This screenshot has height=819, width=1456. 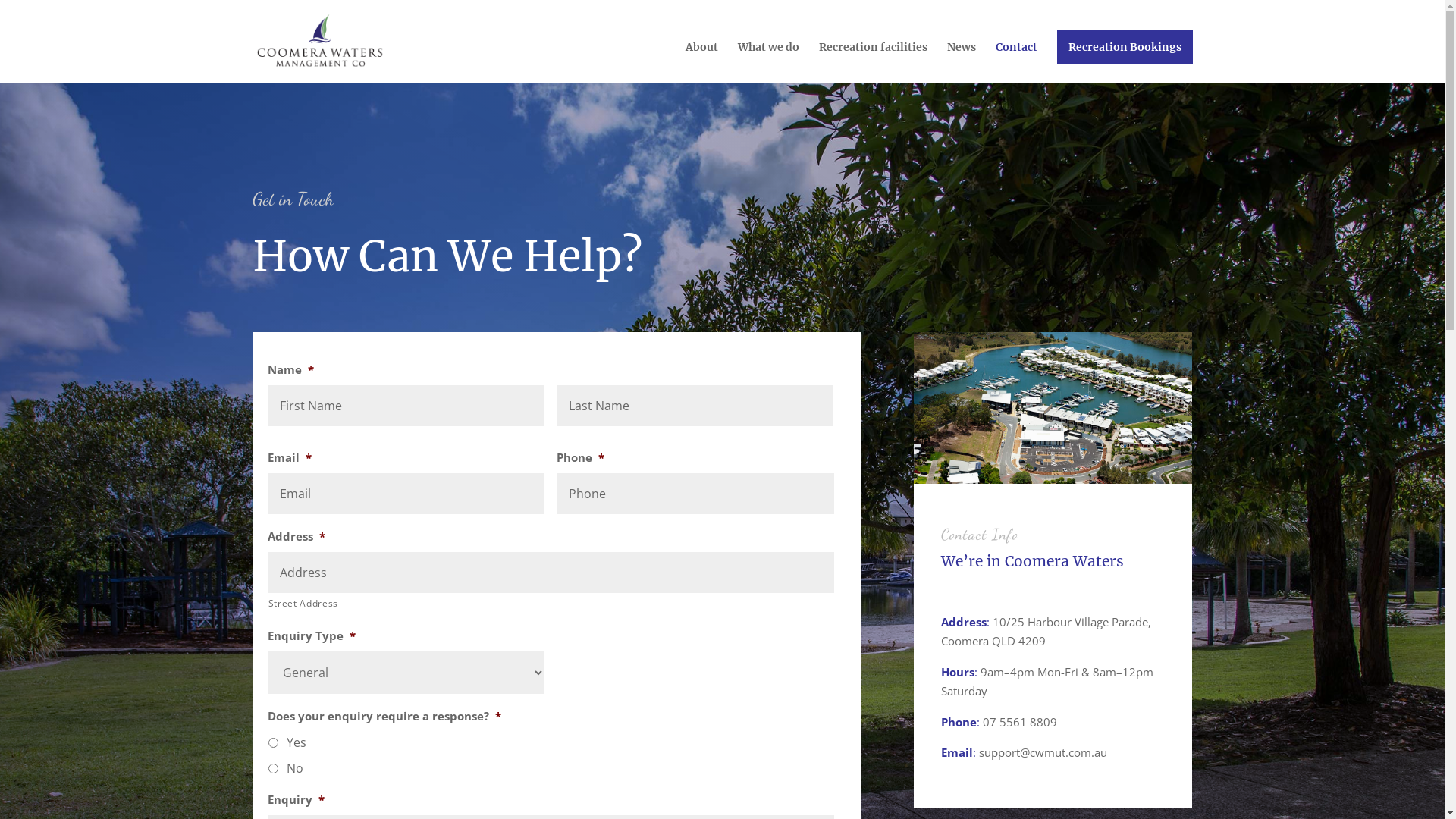 I want to click on 'Contact', so click(x=1015, y=61).